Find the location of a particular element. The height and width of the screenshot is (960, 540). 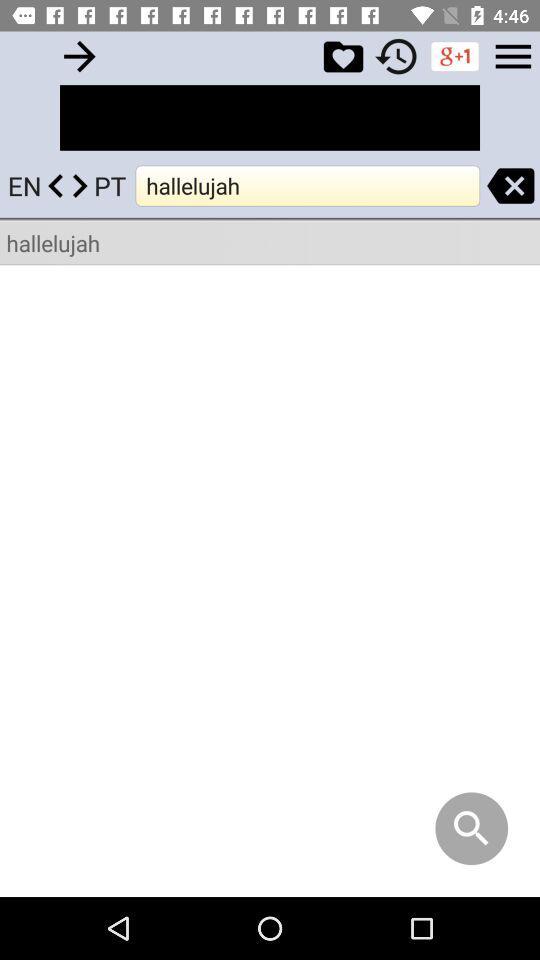

the close icon is located at coordinates (510, 185).